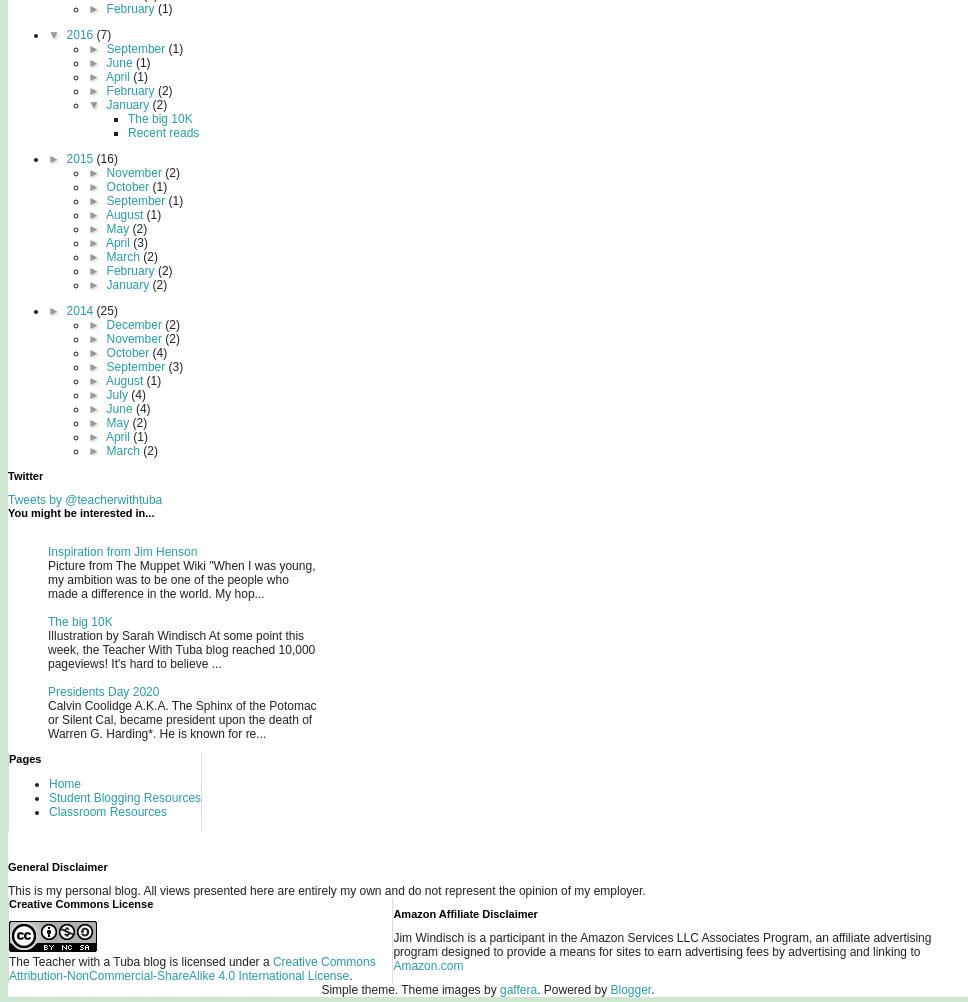 Image resolution: width=968 pixels, height=1002 pixels. What do you see at coordinates (163, 130) in the screenshot?
I see `'Recent reads'` at bounding box center [163, 130].